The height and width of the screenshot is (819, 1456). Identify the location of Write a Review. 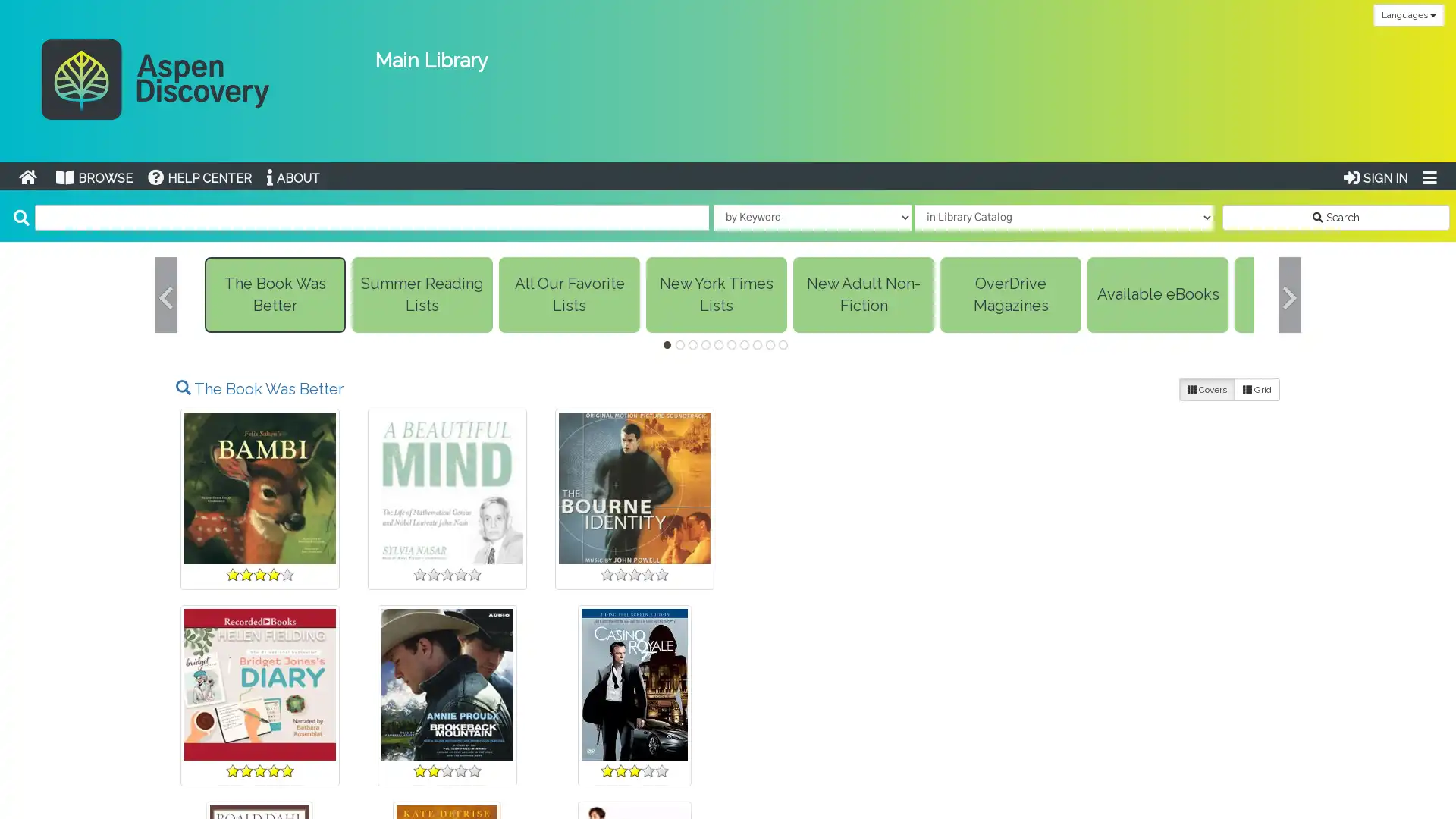
(1195, 760).